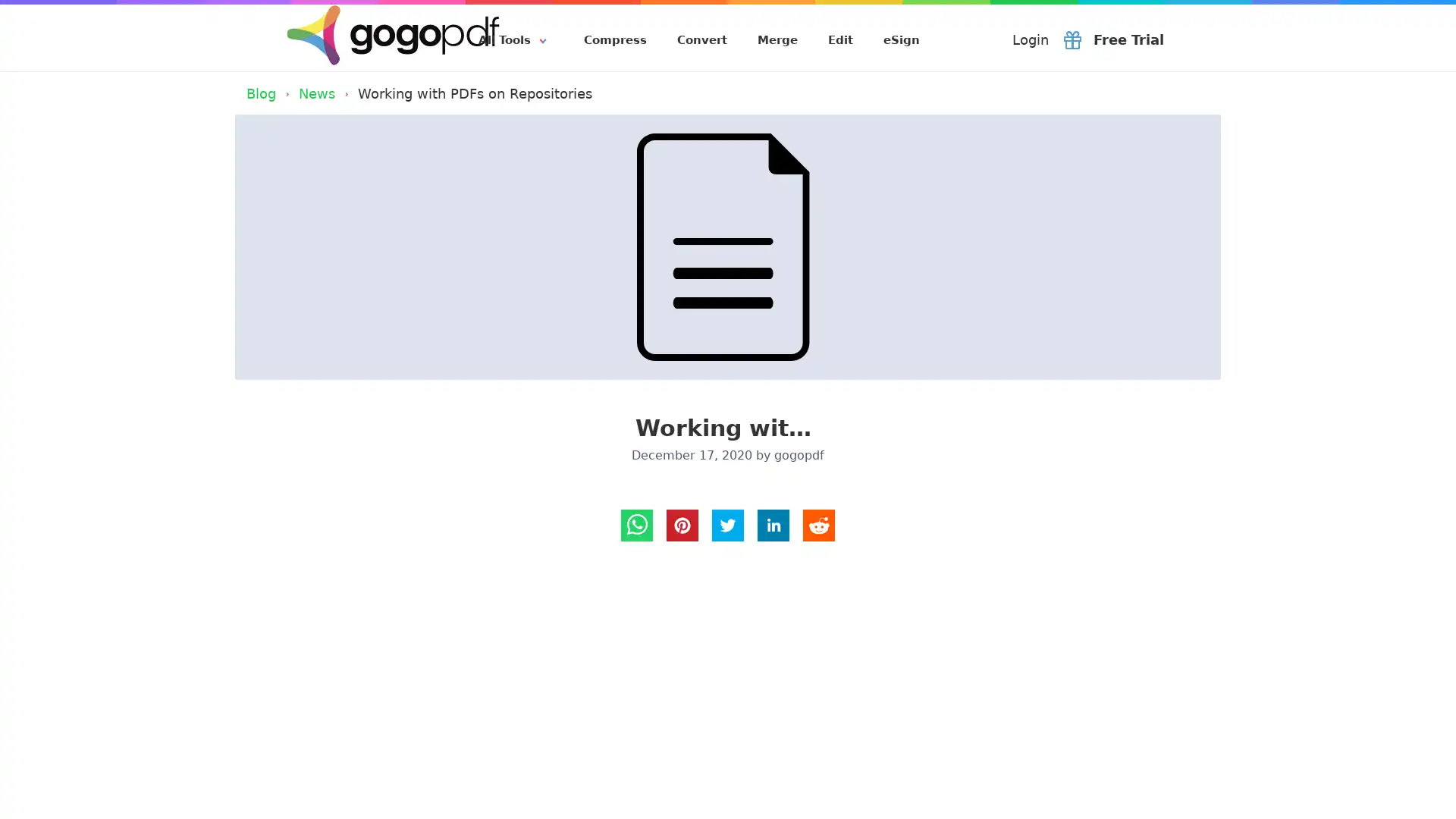  Describe the element at coordinates (773, 525) in the screenshot. I see `linkedin` at that location.